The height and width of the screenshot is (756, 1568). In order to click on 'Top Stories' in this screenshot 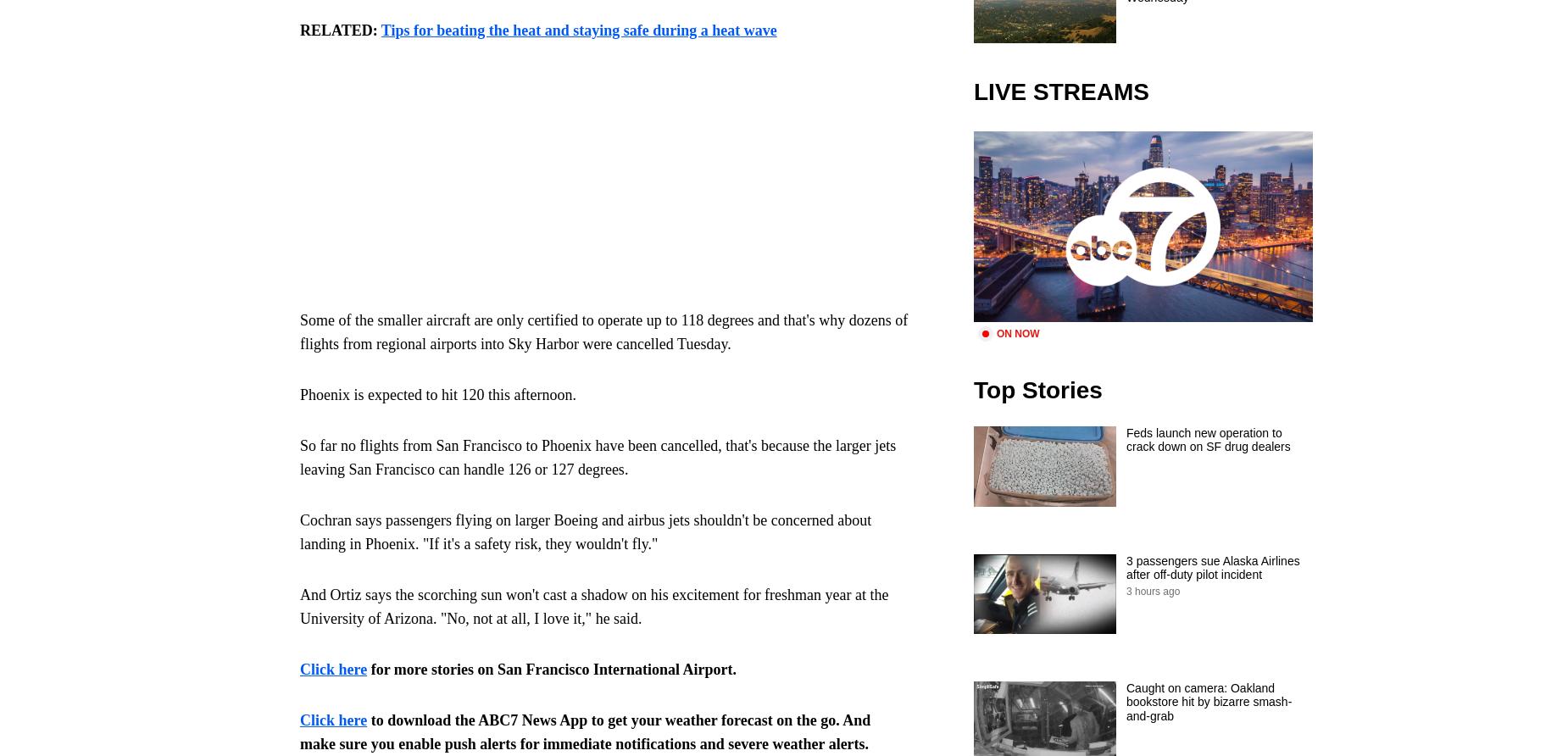, I will do `click(1037, 390)`.